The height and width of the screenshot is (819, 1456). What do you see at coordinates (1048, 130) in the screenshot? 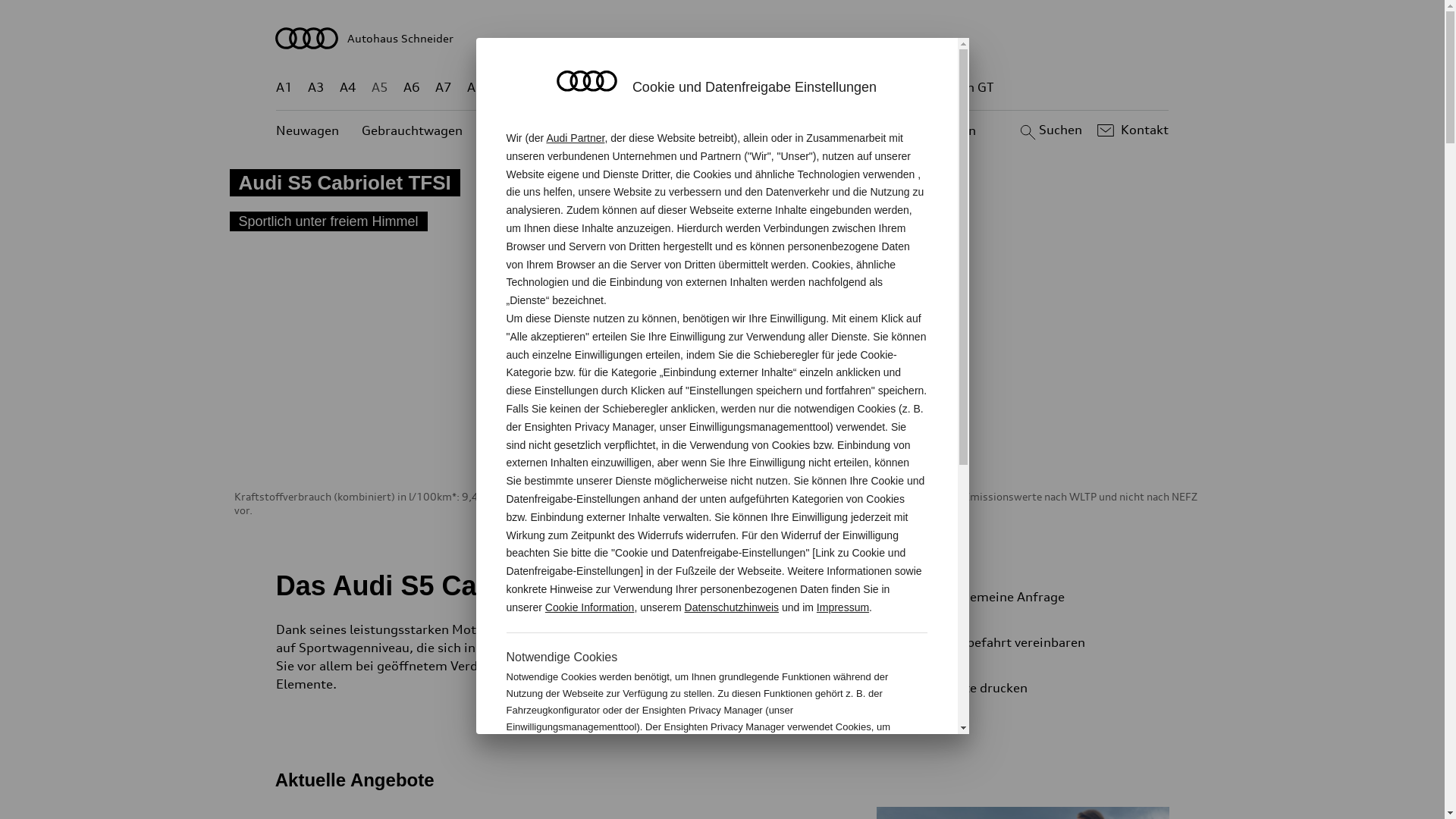
I see `'Suchen'` at bounding box center [1048, 130].